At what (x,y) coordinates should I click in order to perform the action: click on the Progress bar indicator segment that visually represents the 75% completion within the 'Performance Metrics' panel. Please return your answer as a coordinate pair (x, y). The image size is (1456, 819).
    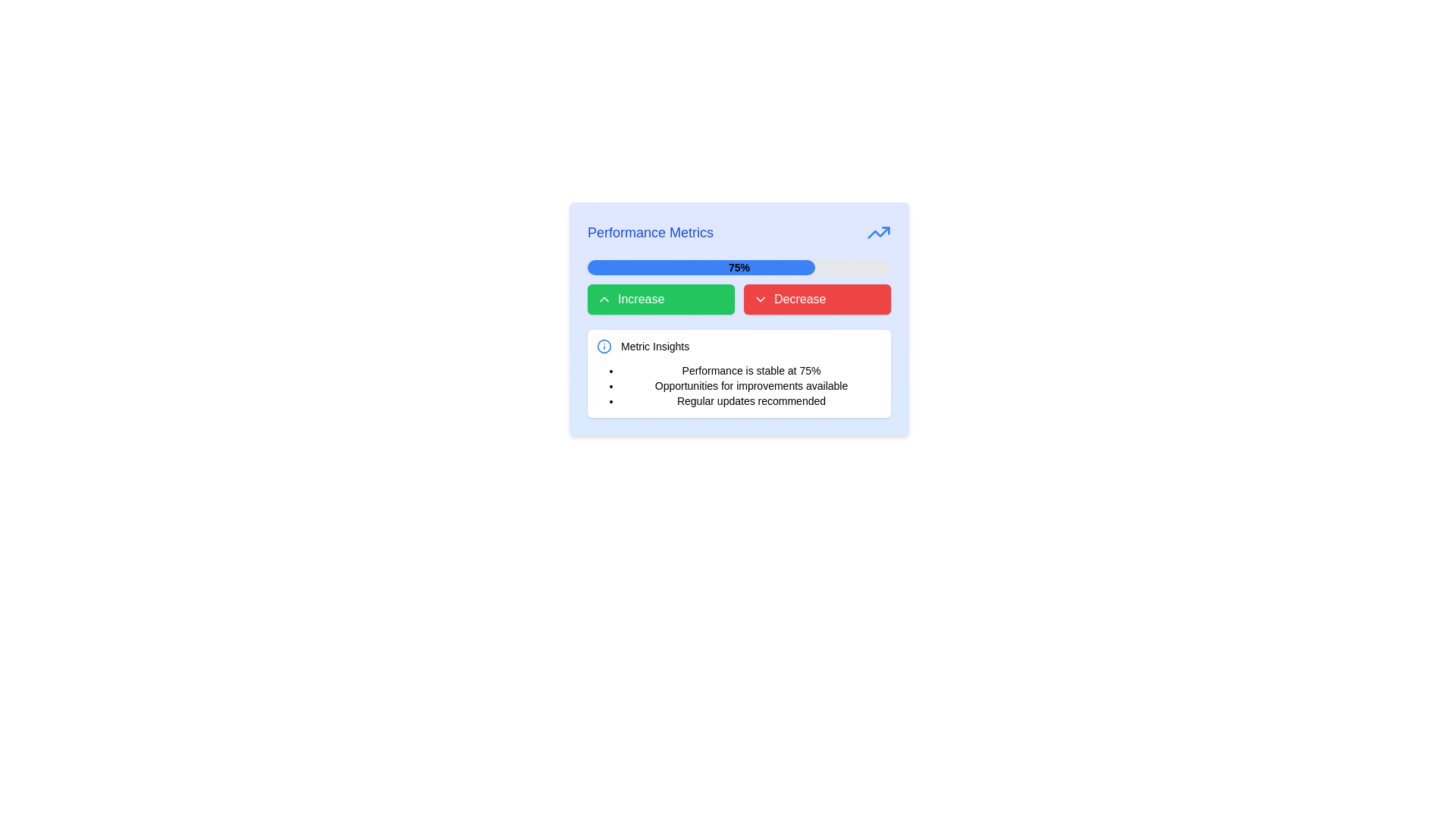
    Looking at the image, I should click on (701, 267).